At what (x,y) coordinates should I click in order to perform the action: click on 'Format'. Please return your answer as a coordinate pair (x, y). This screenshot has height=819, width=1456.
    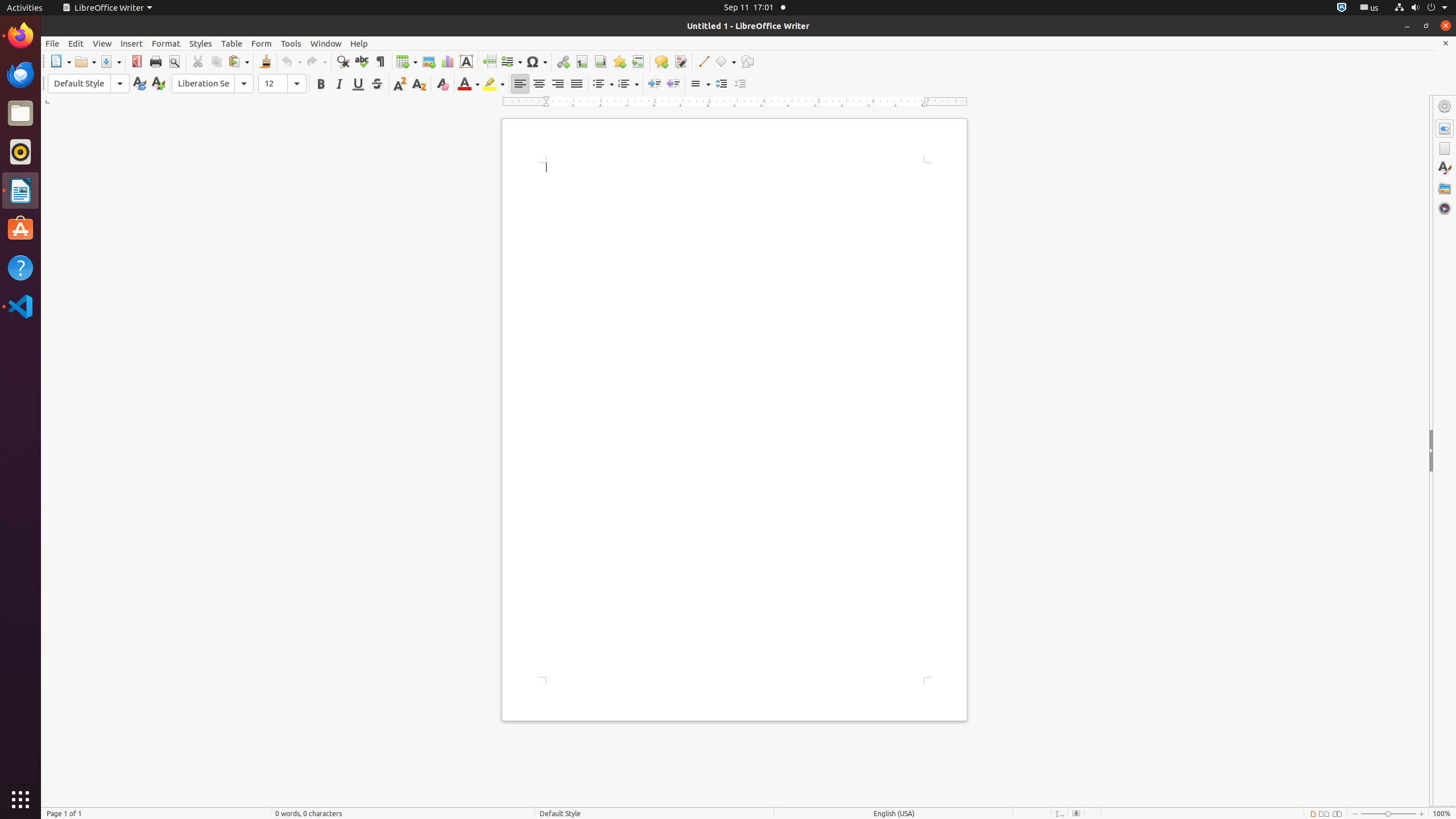
    Looking at the image, I should click on (166, 43).